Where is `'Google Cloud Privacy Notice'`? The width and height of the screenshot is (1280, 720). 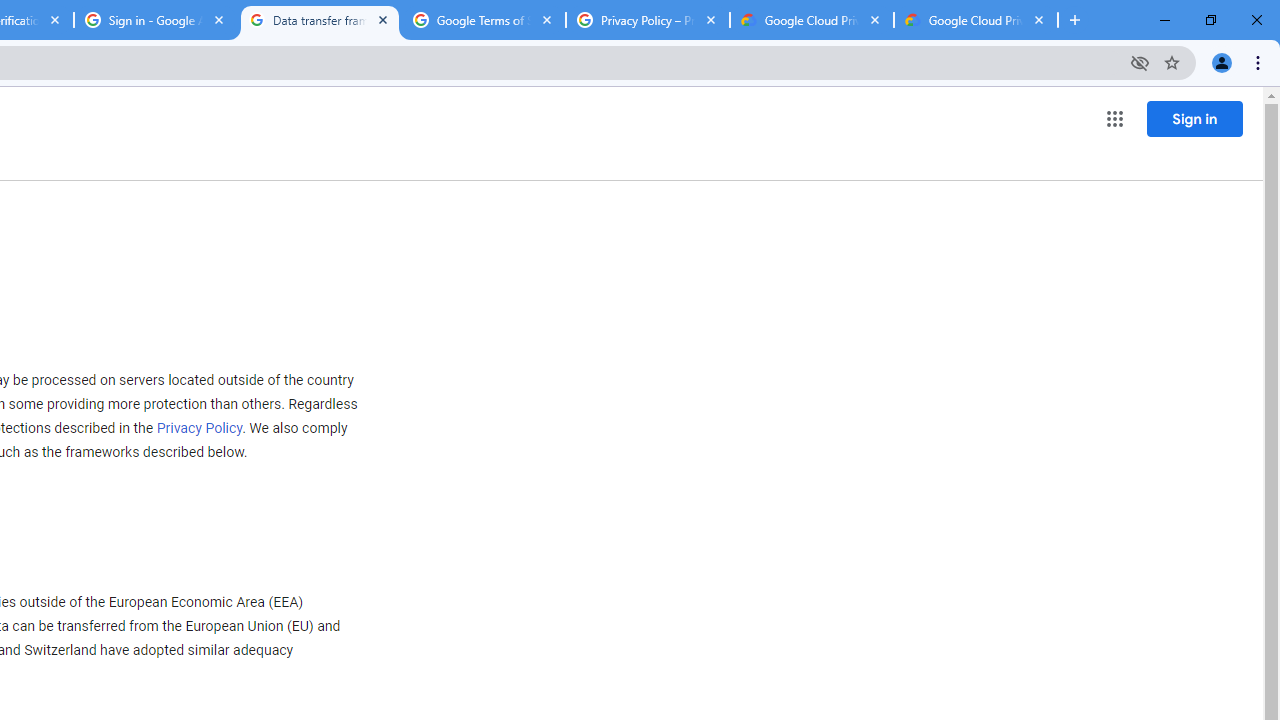
'Google Cloud Privacy Notice' is located at coordinates (811, 20).